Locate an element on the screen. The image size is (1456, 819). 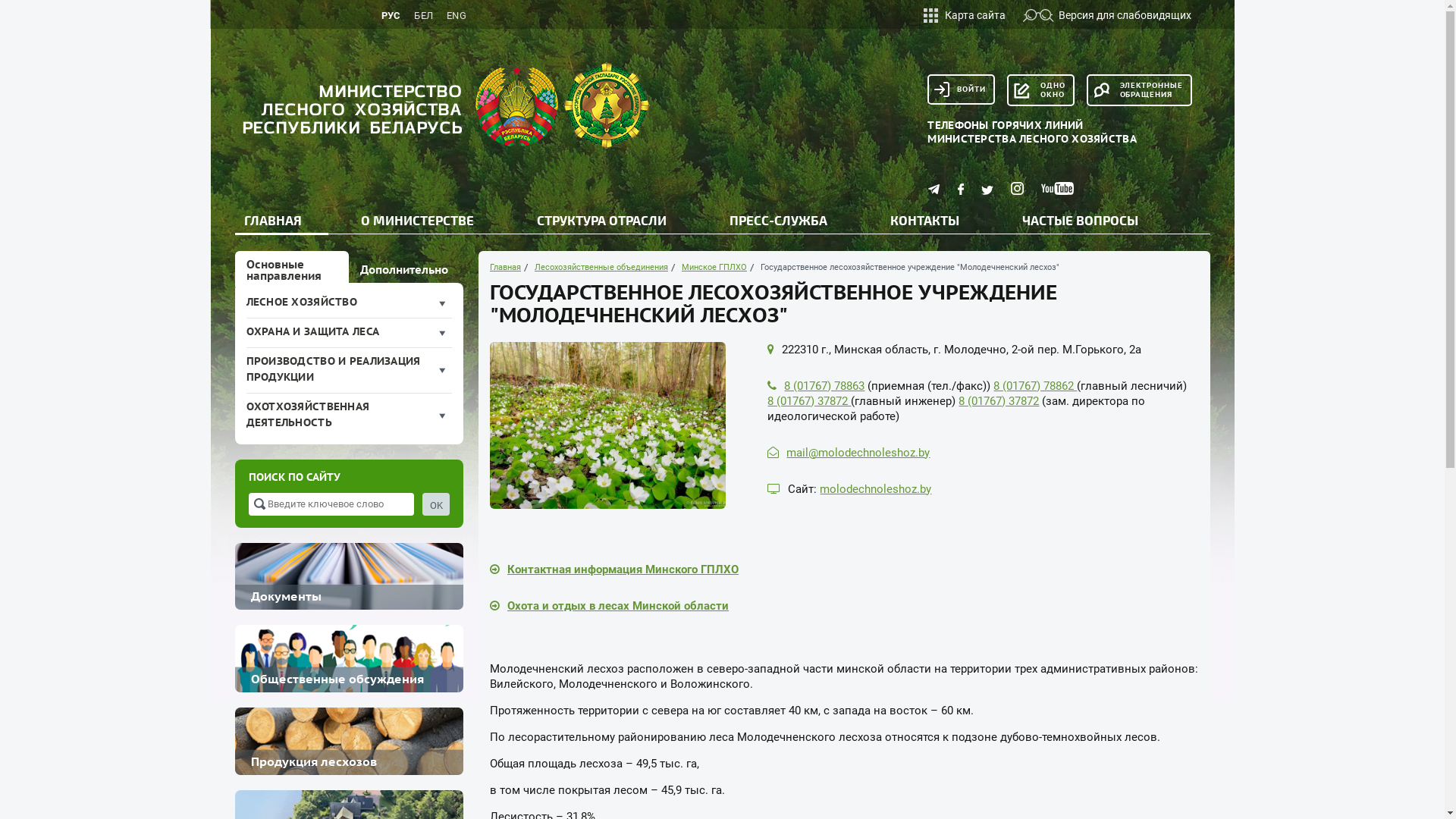
'8 (01767) 78863' is located at coordinates (823, 385).